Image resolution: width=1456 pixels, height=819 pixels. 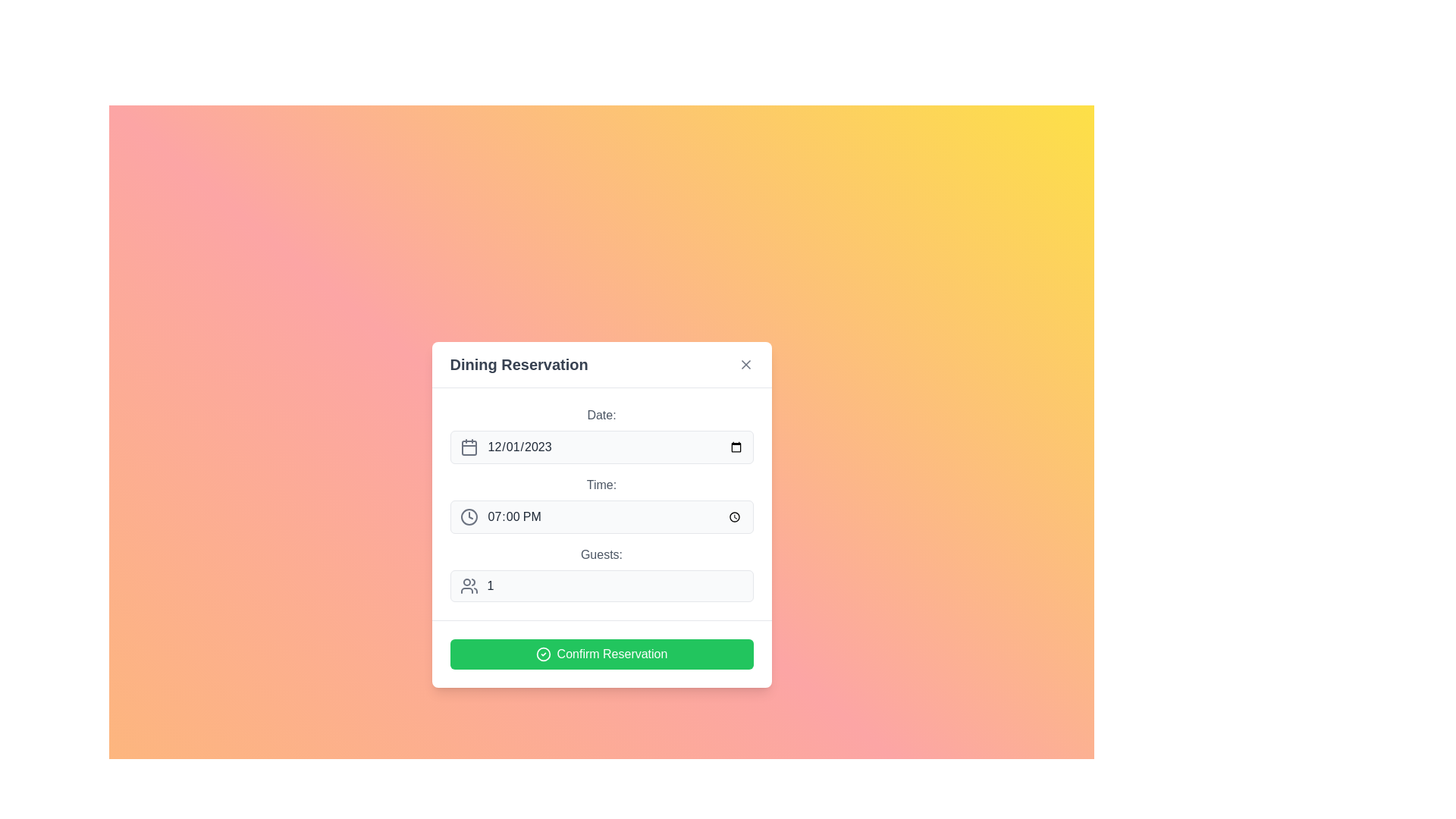 What do you see at coordinates (601, 573) in the screenshot?
I see `the number input field labeled 'Guests:' to focus on it` at bounding box center [601, 573].